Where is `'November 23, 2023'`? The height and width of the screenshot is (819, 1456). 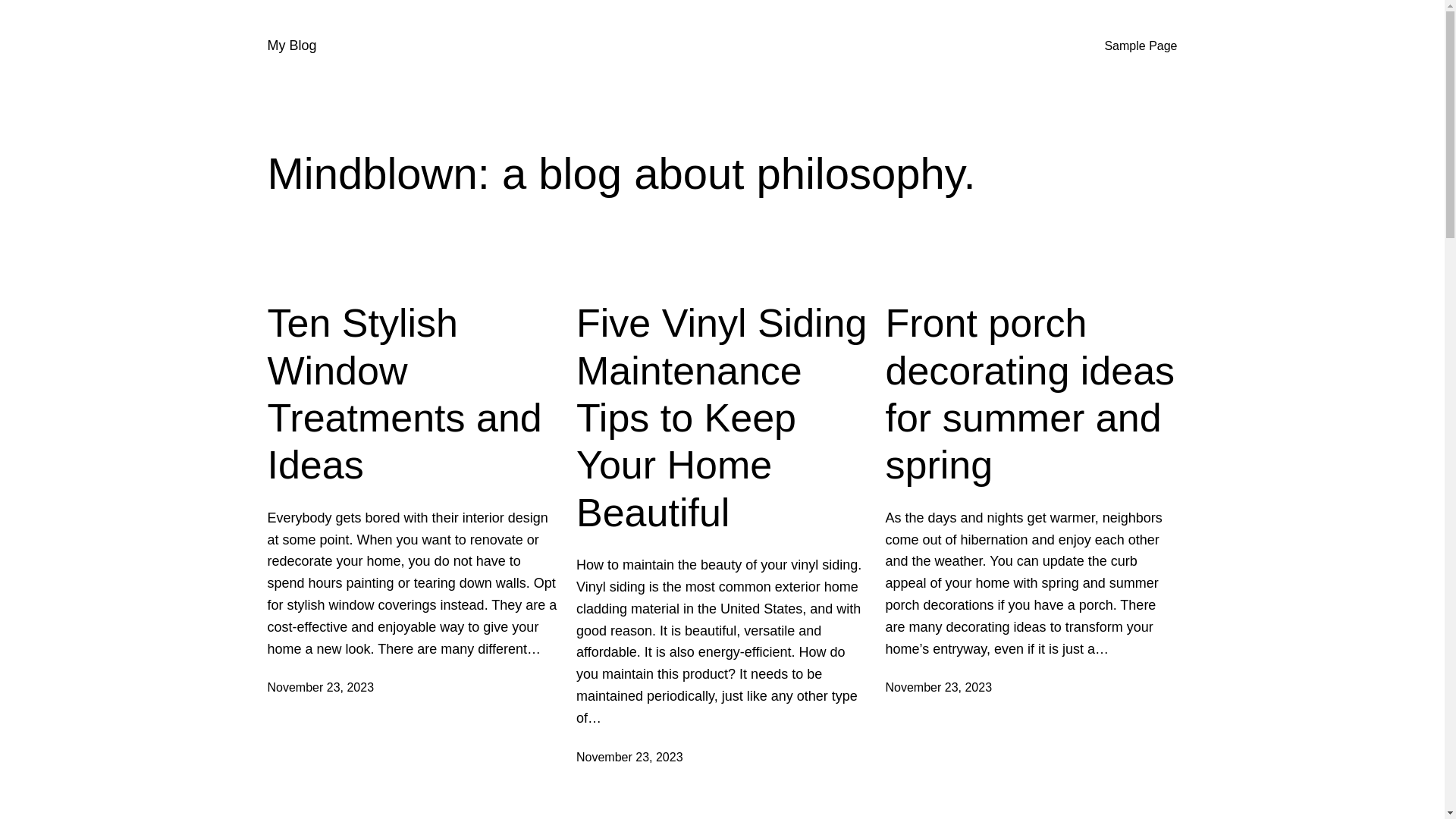 'November 23, 2023' is located at coordinates (938, 687).